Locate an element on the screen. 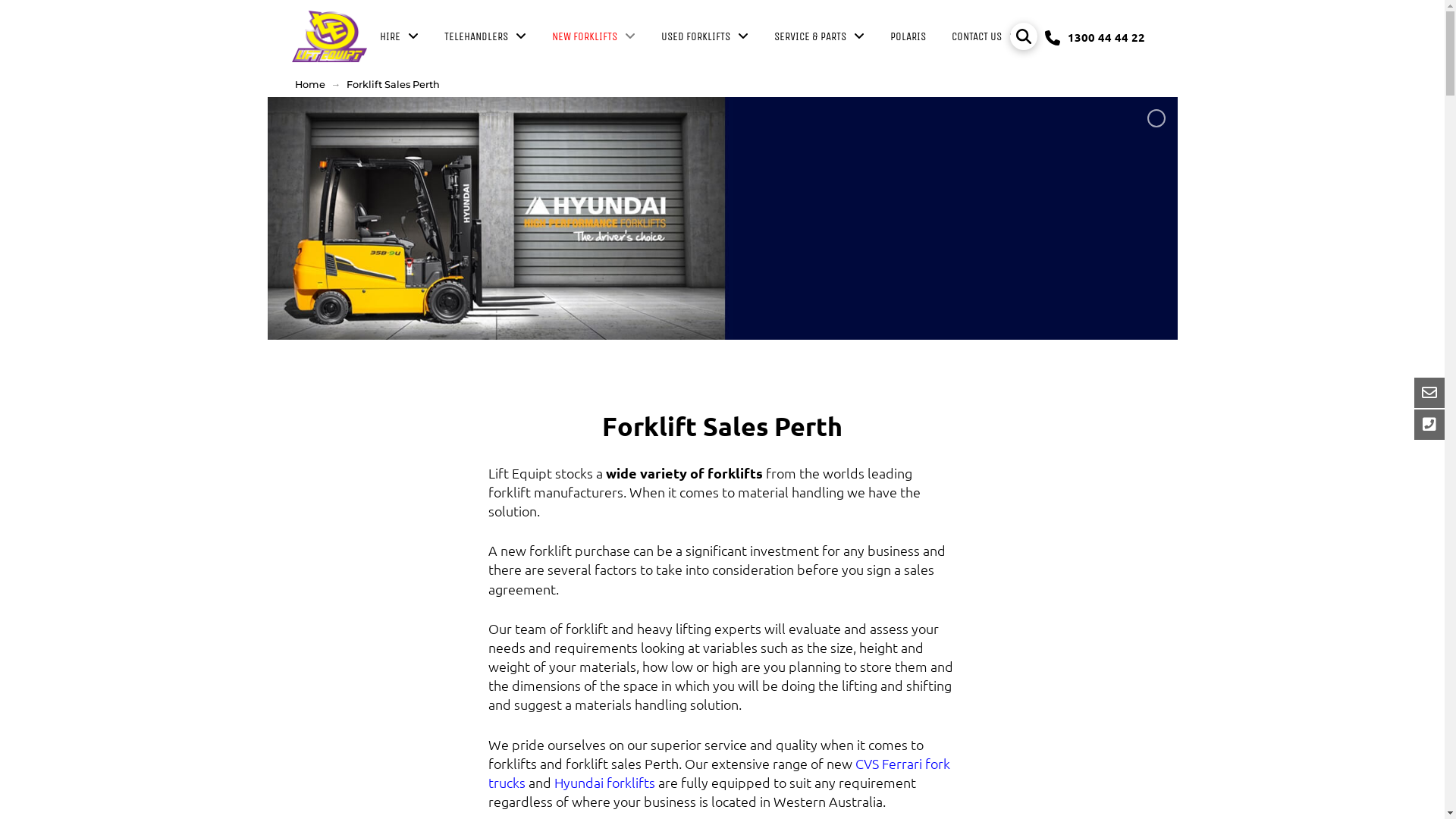  'HIRE' is located at coordinates (399, 35).